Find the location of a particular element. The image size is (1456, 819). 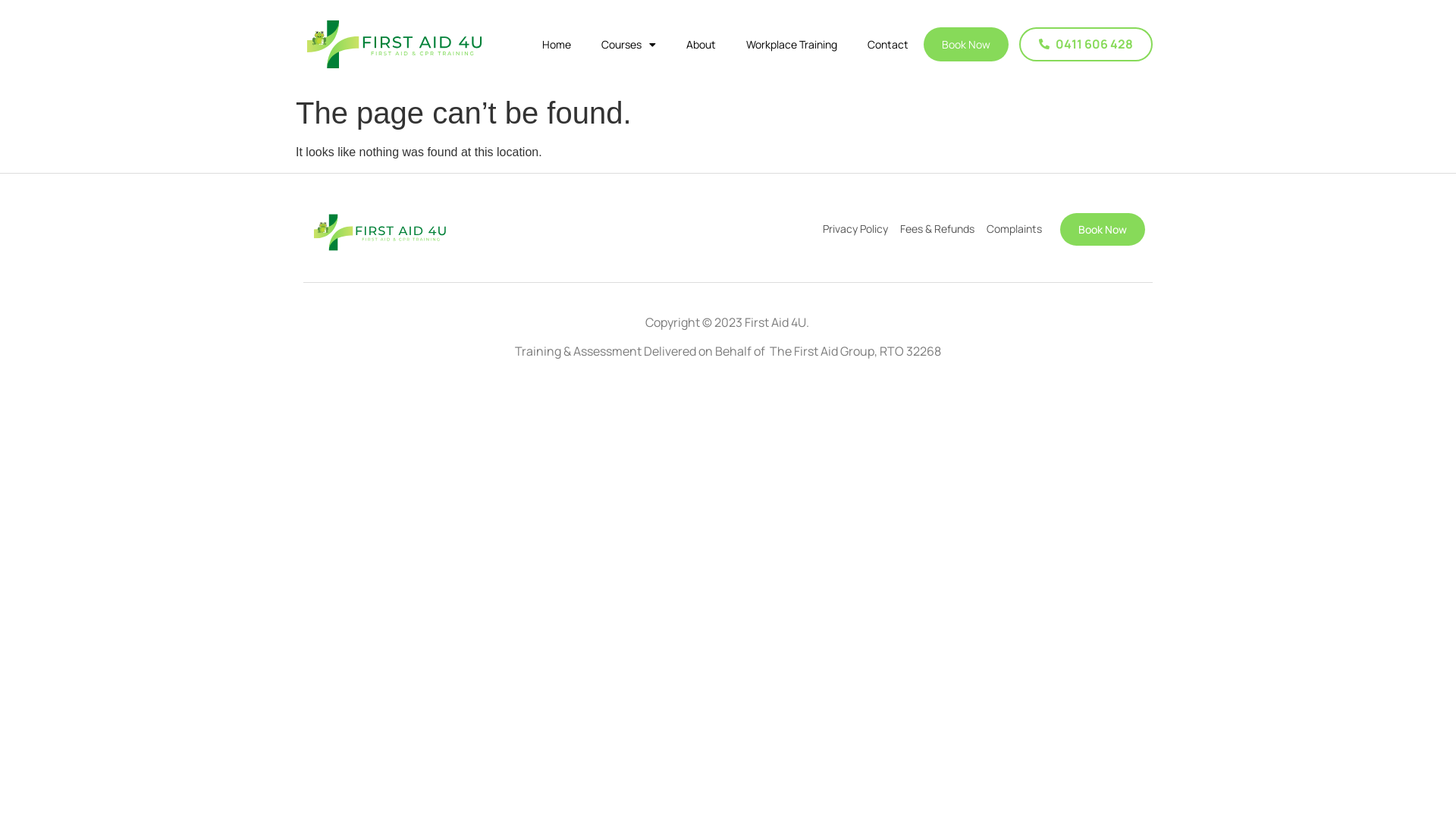

'Home' is located at coordinates (527, 43).